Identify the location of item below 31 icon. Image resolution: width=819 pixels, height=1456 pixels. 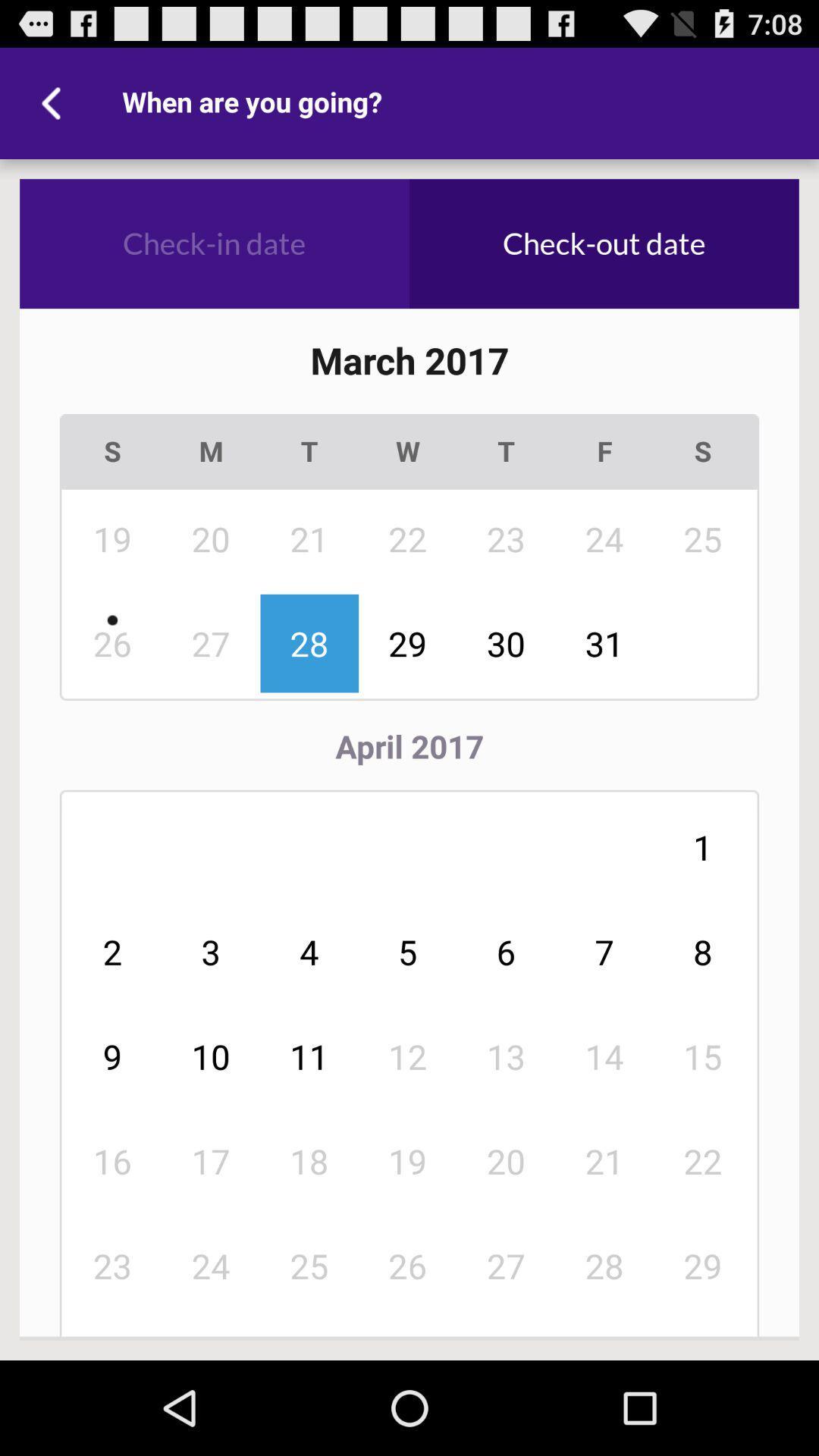
(703, 951).